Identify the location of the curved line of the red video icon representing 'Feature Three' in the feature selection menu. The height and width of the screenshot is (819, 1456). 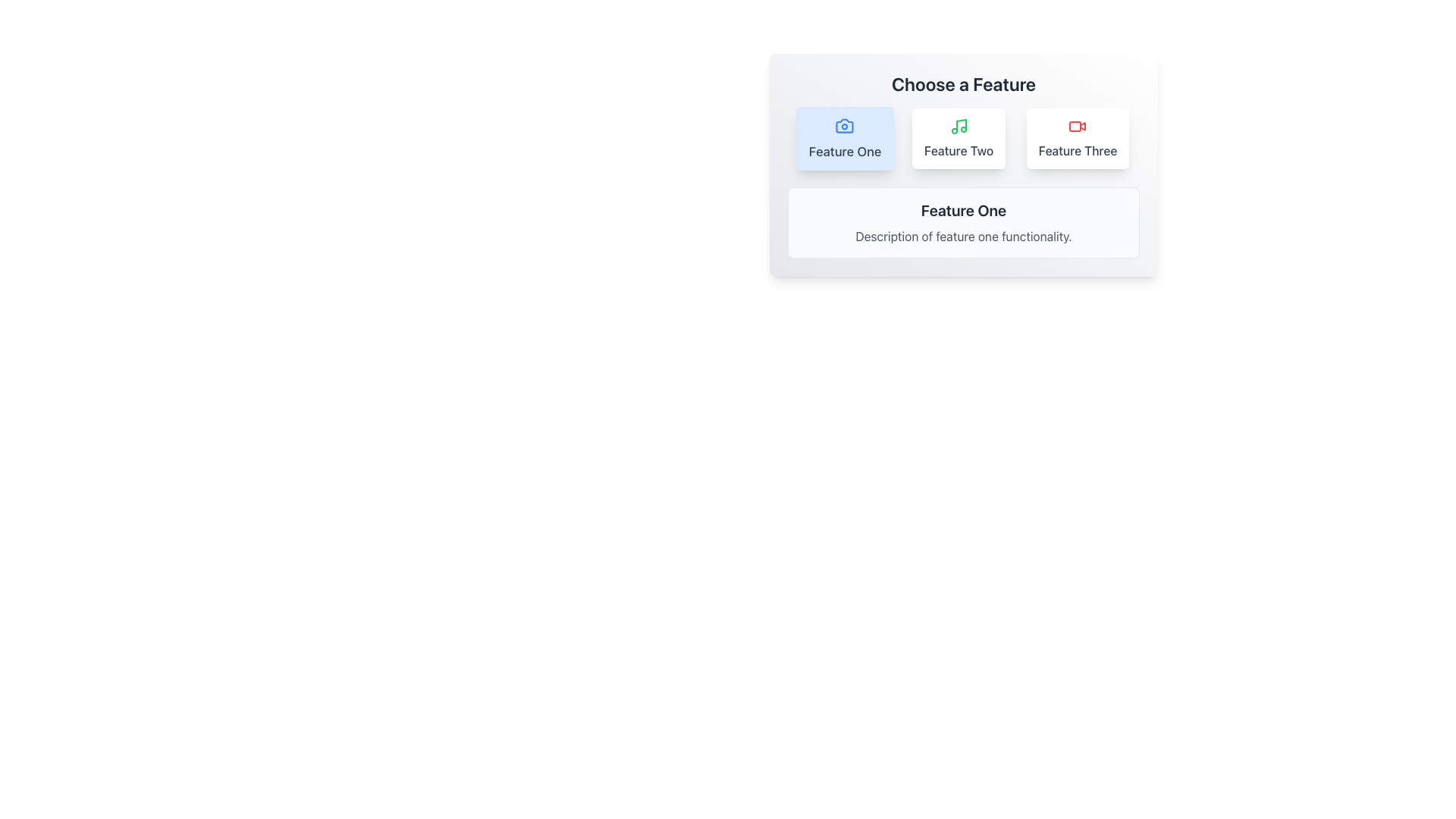
(1082, 125).